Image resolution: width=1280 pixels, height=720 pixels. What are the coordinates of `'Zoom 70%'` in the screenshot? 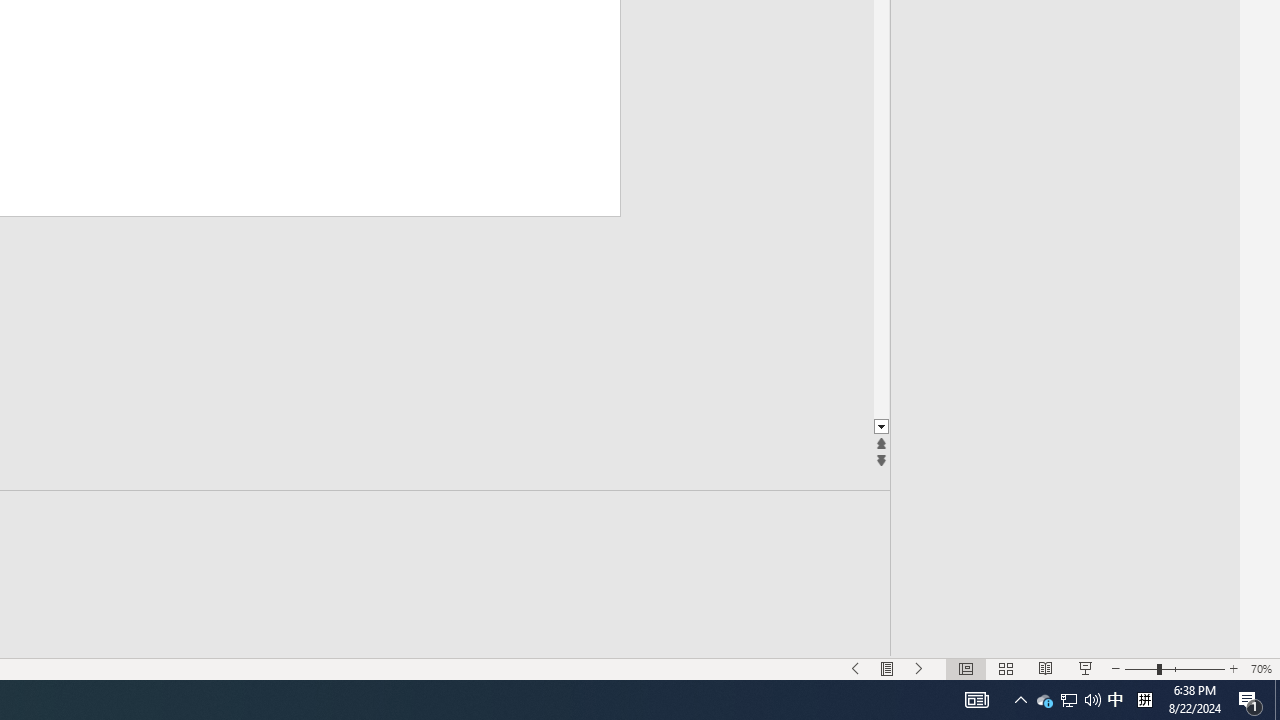 It's located at (1260, 669).